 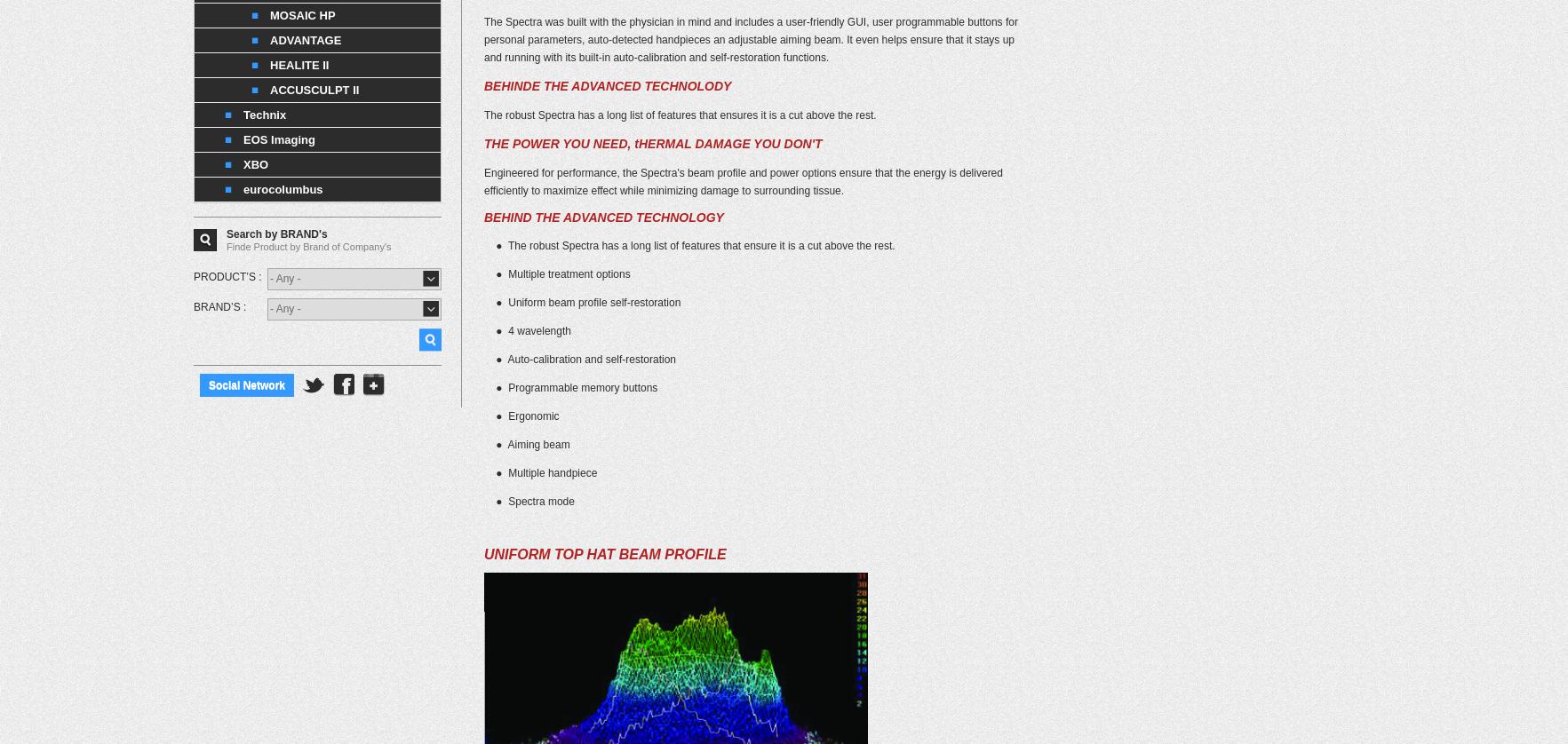 I want to click on '●  Spectra mode', so click(x=528, y=501).